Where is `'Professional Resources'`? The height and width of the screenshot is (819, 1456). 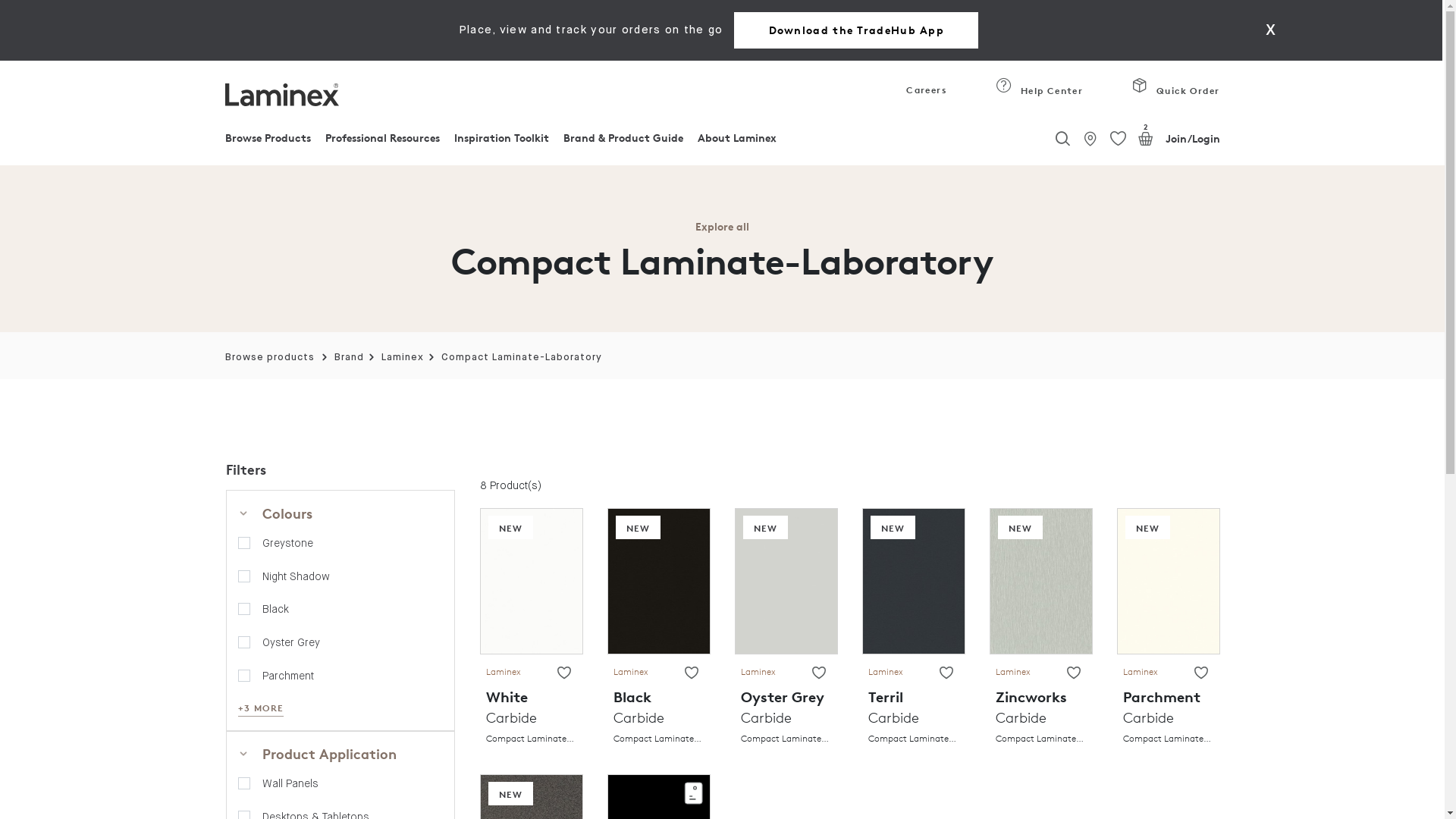 'Professional Resources' is located at coordinates (382, 141).